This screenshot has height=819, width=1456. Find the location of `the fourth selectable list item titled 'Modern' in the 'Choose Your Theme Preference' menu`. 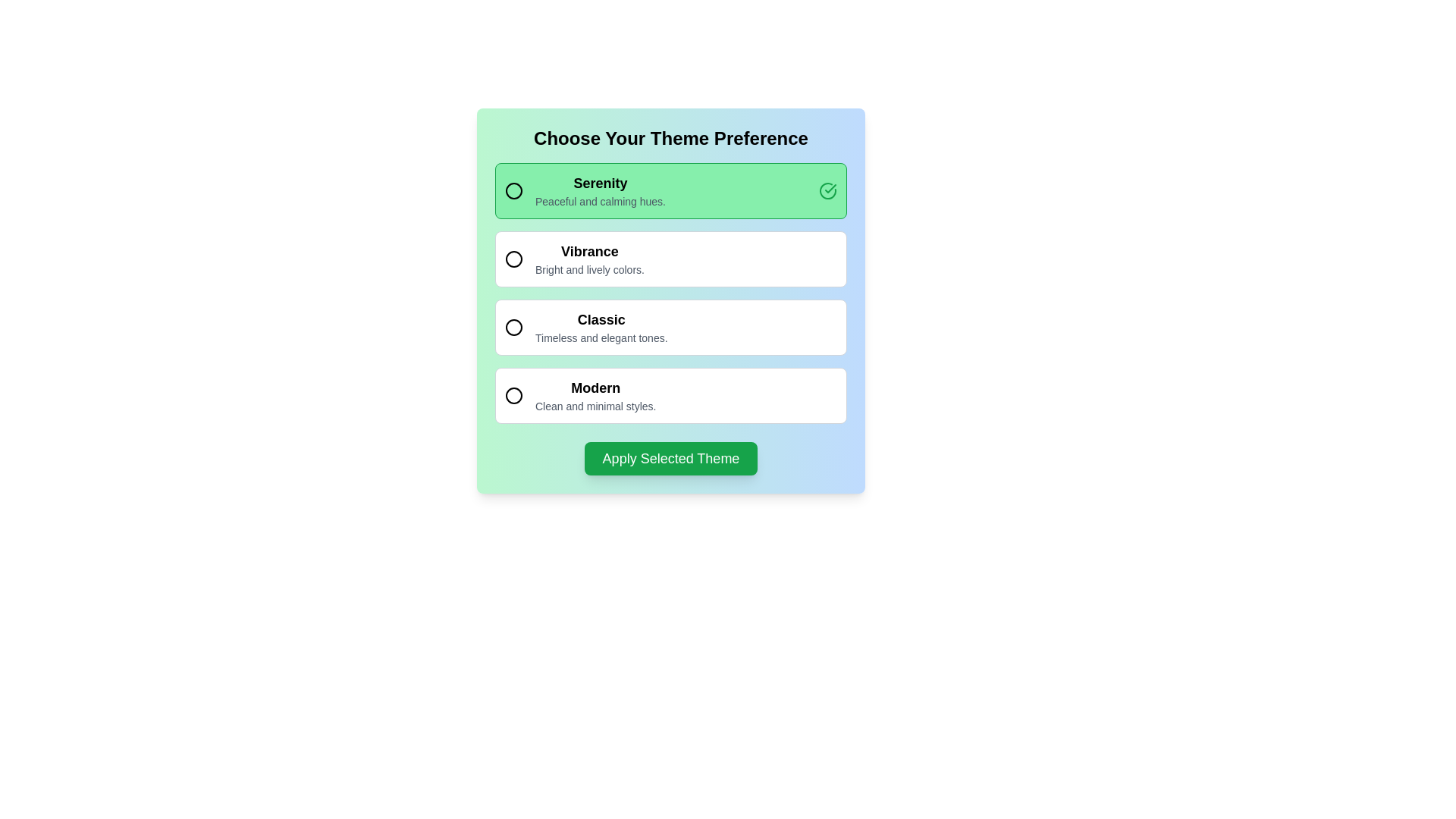

the fourth selectable list item titled 'Modern' in the 'Choose Your Theme Preference' menu is located at coordinates (579, 394).